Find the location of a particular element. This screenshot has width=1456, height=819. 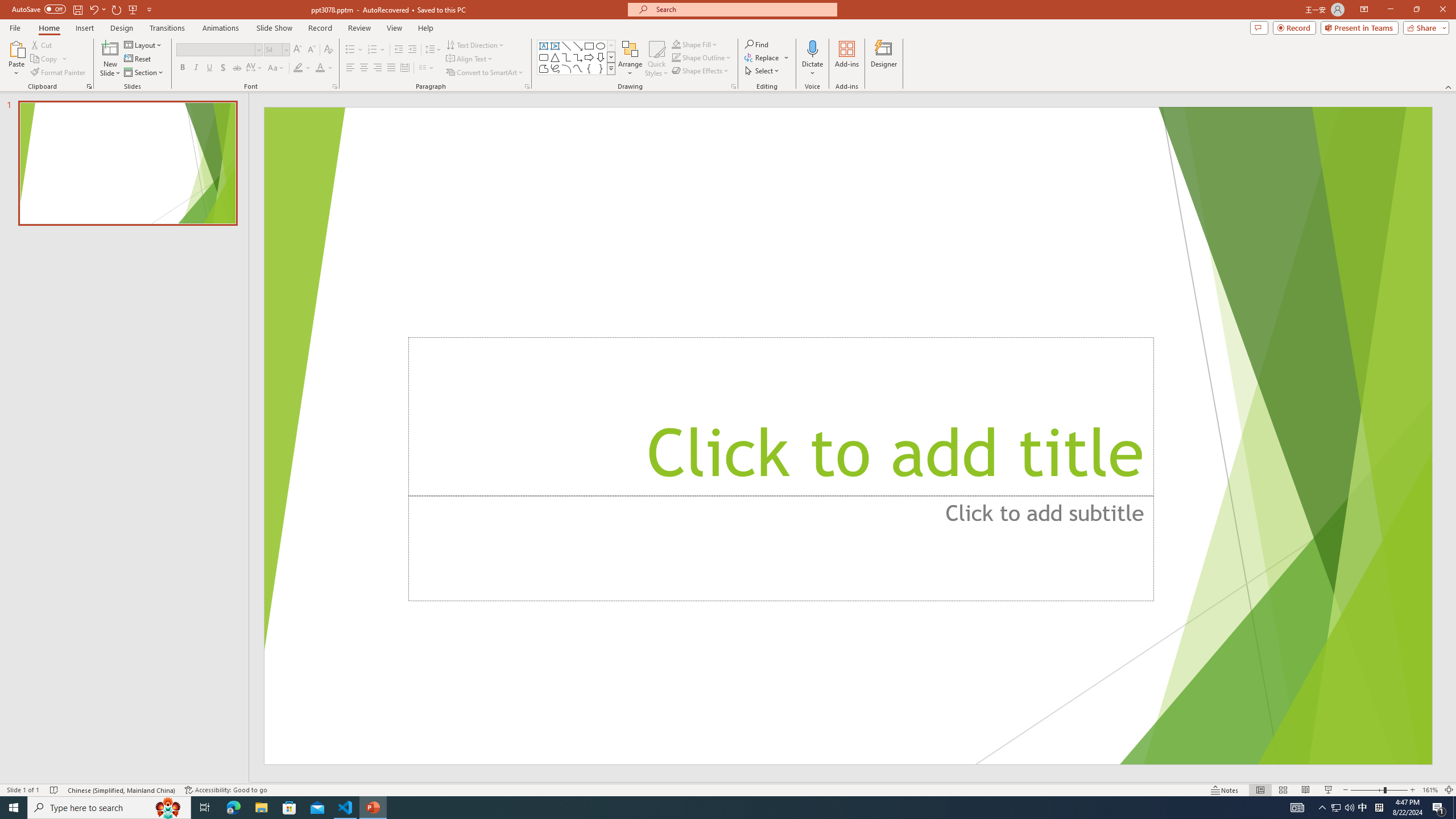

'Shape Effects' is located at coordinates (700, 69).